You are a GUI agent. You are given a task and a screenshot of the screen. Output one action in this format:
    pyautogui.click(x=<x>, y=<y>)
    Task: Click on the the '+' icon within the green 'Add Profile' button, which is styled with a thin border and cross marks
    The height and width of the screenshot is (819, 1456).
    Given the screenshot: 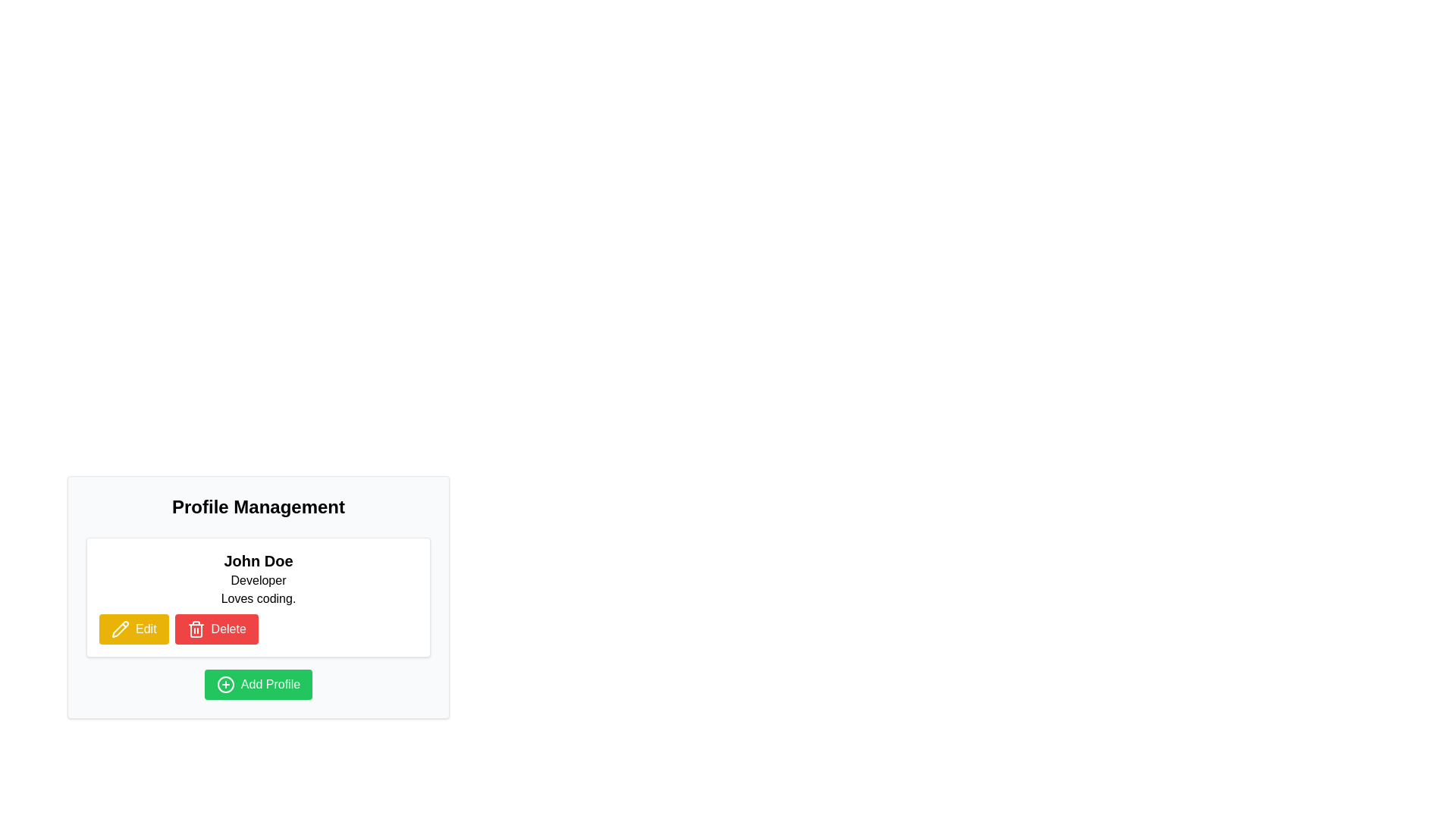 What is the action you would take?
    pyautogui.click(x=224, y=684)
    